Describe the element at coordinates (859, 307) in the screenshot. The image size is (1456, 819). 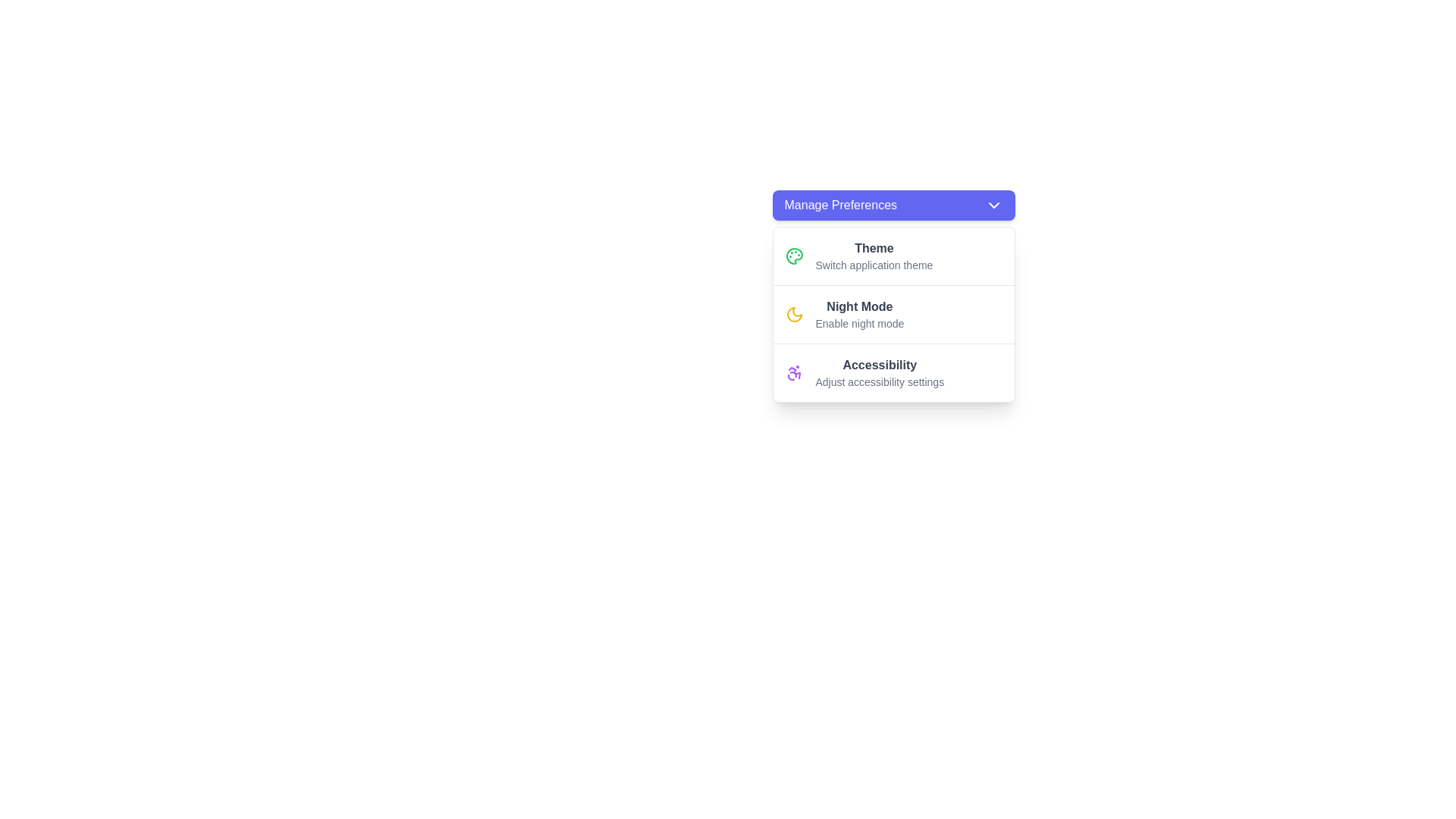
I see `the 'Night Mode' label in the 'Manage Preferences' menu, which displays the text in bold dark gray color` at that location.